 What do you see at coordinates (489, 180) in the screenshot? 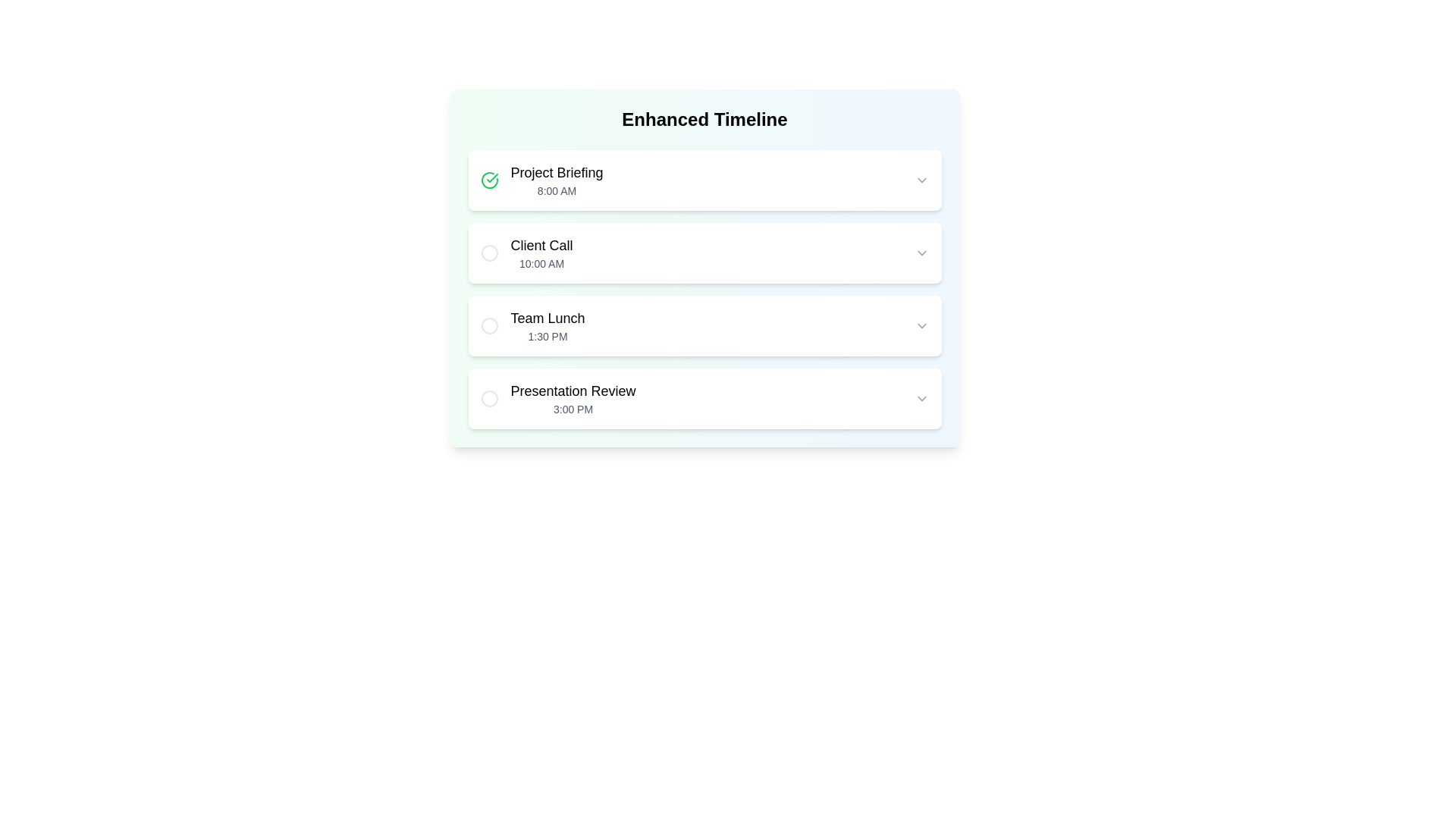
I see `the checkmark icon that signifies a completed status for the 'Project Briefing' entry, located in the timeline interface` at bounding box center [489, 180].